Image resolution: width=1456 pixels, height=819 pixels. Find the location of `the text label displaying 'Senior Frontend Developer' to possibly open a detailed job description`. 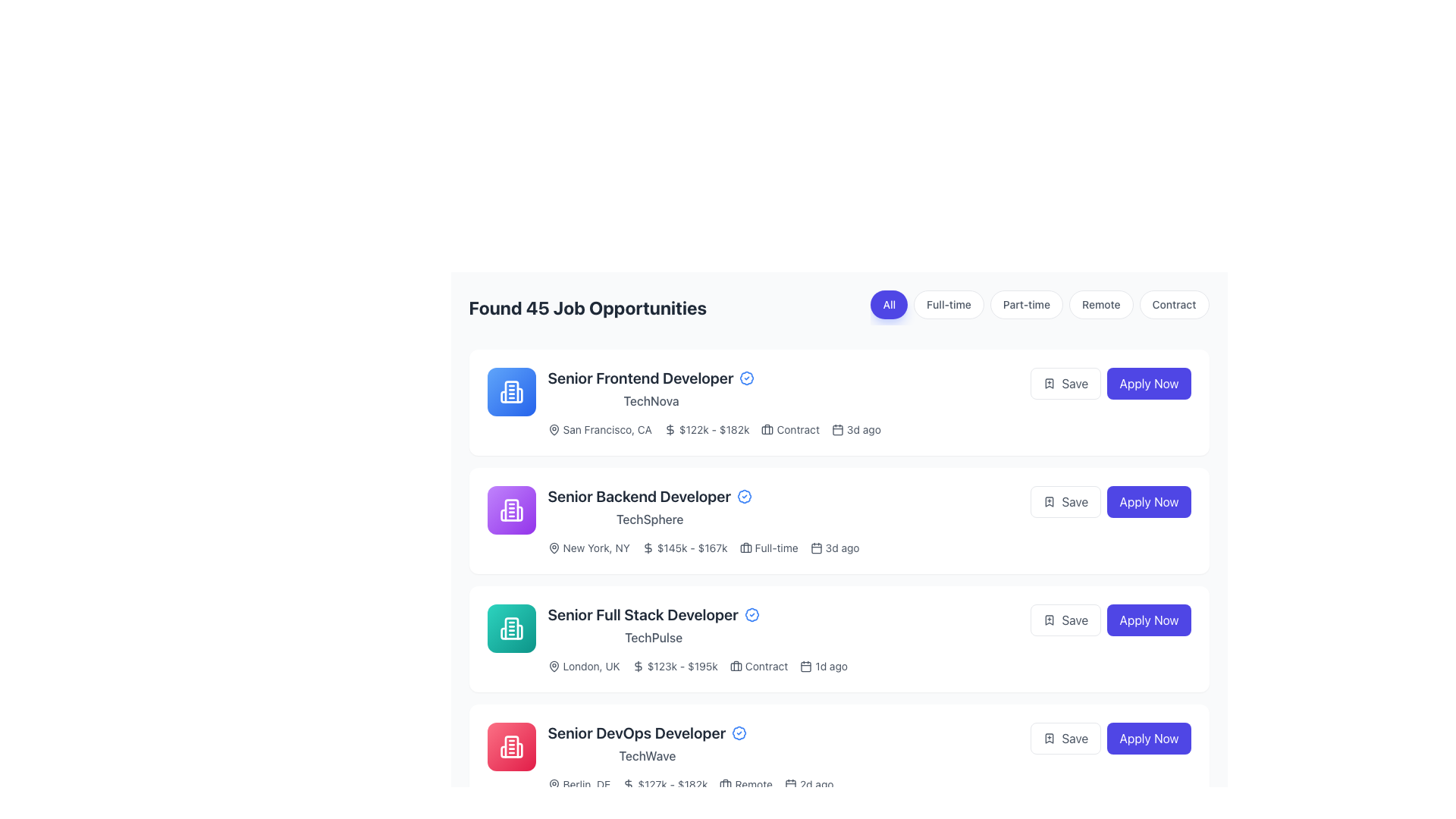

the text label displaying 'Senior Frontend Developer' to possibly open a detailed job description is located at coordinates (651, 377).